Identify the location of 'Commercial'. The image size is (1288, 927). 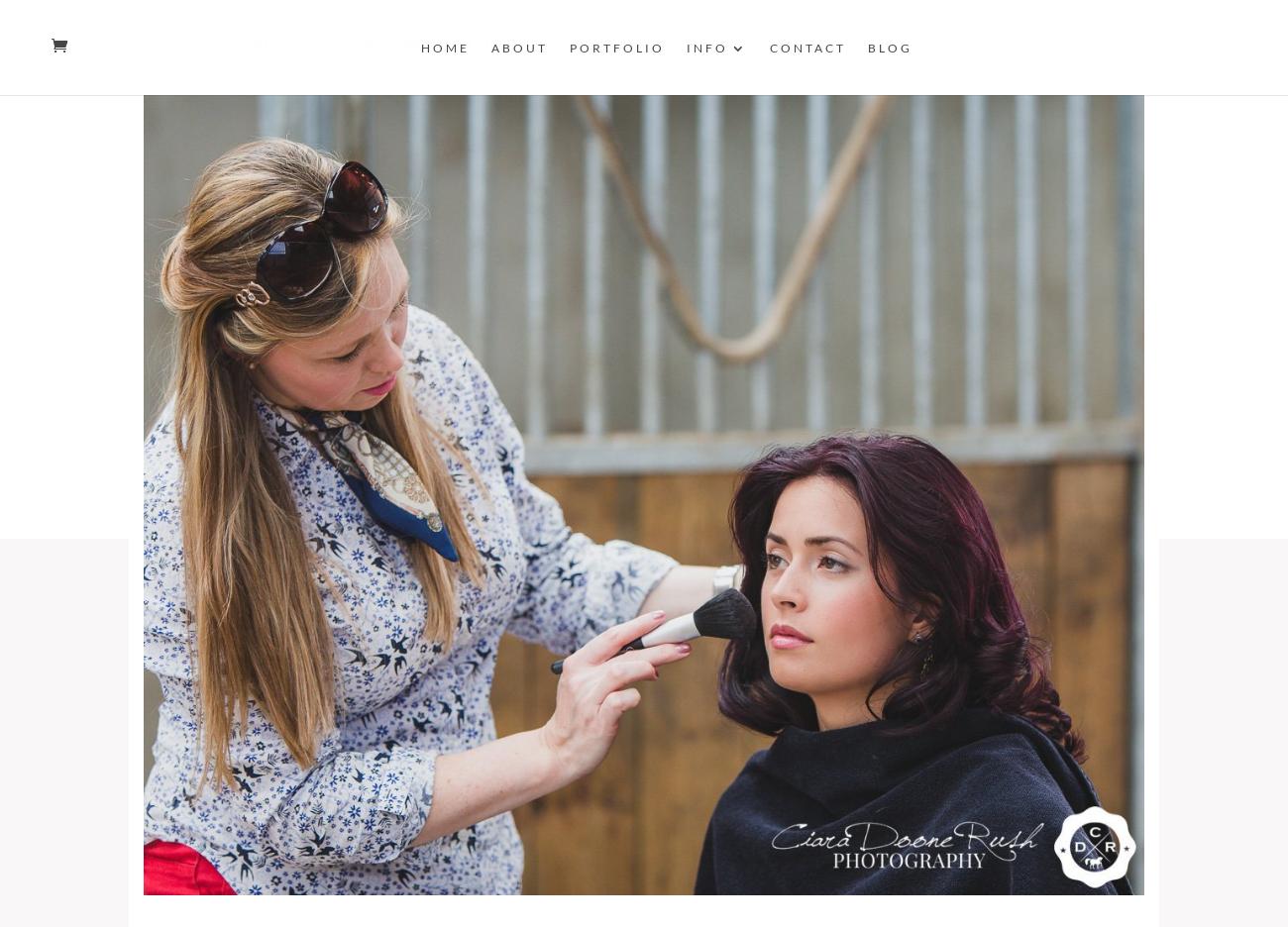
(780, 295).